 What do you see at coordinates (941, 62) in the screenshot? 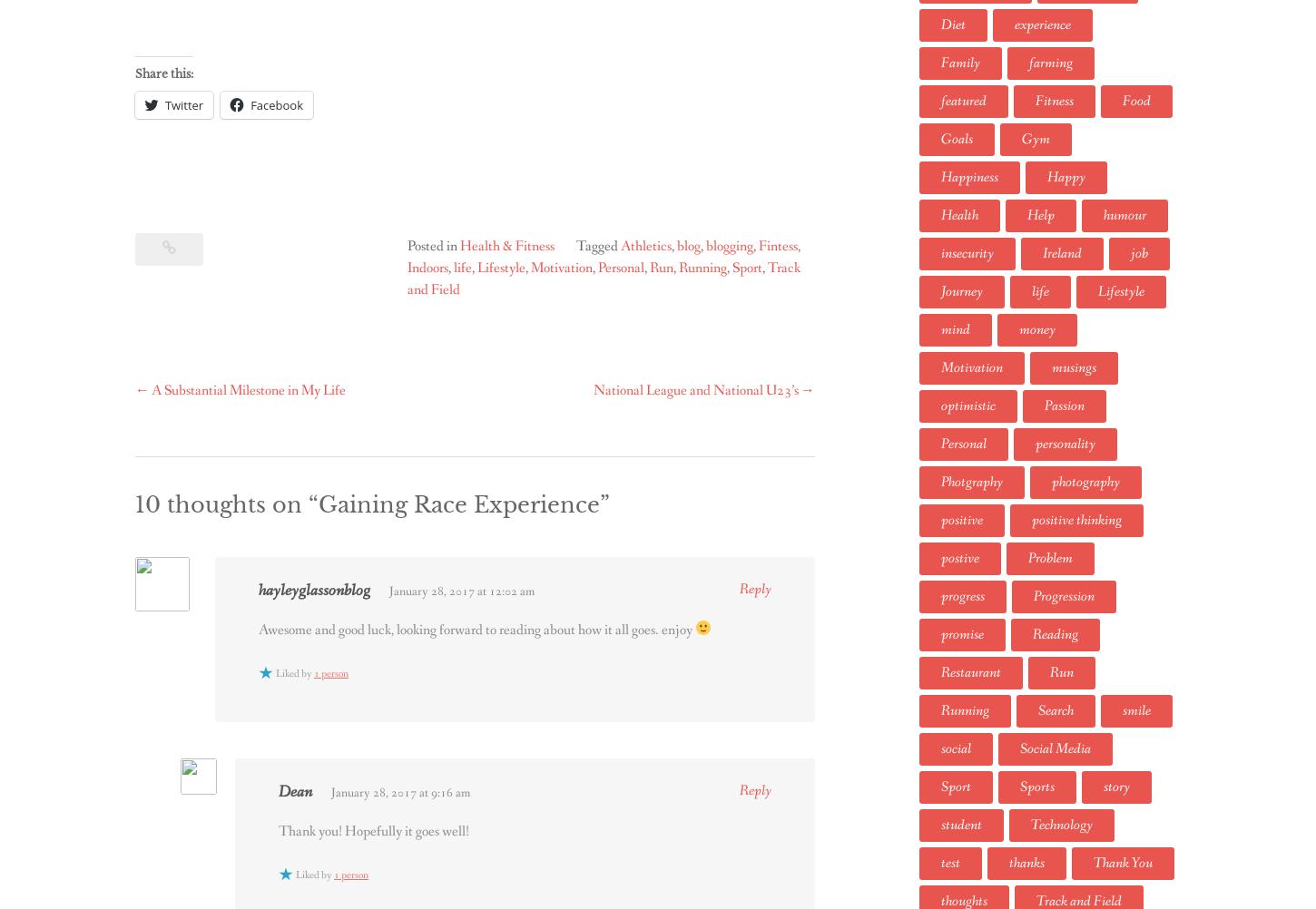
I see `'Family'` at bounding box center [941, 62].